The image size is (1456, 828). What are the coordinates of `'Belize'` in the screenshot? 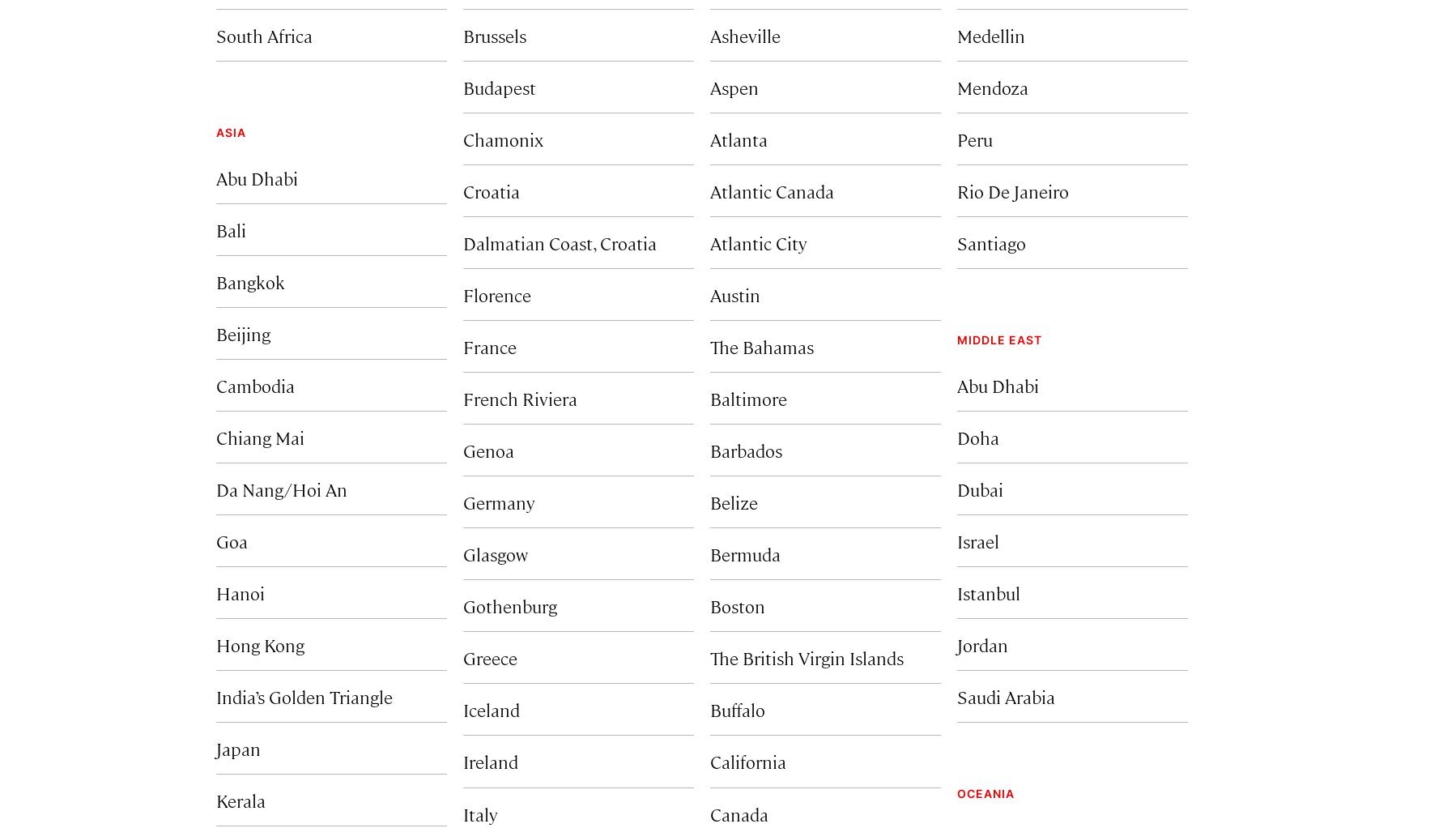 It's located at (733, 501).